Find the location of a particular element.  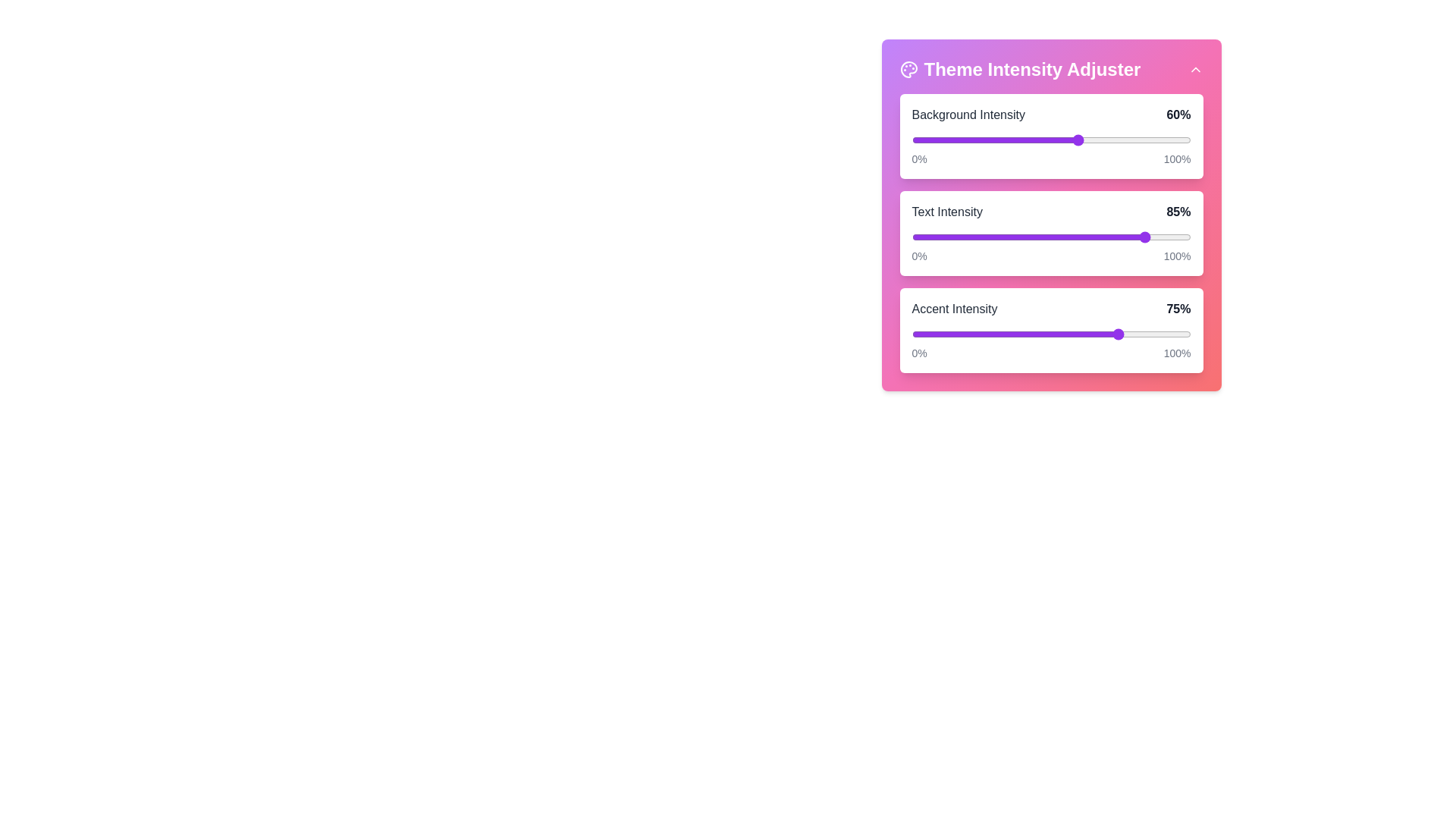

the accent intensity is located at coordinates (1070, 333).